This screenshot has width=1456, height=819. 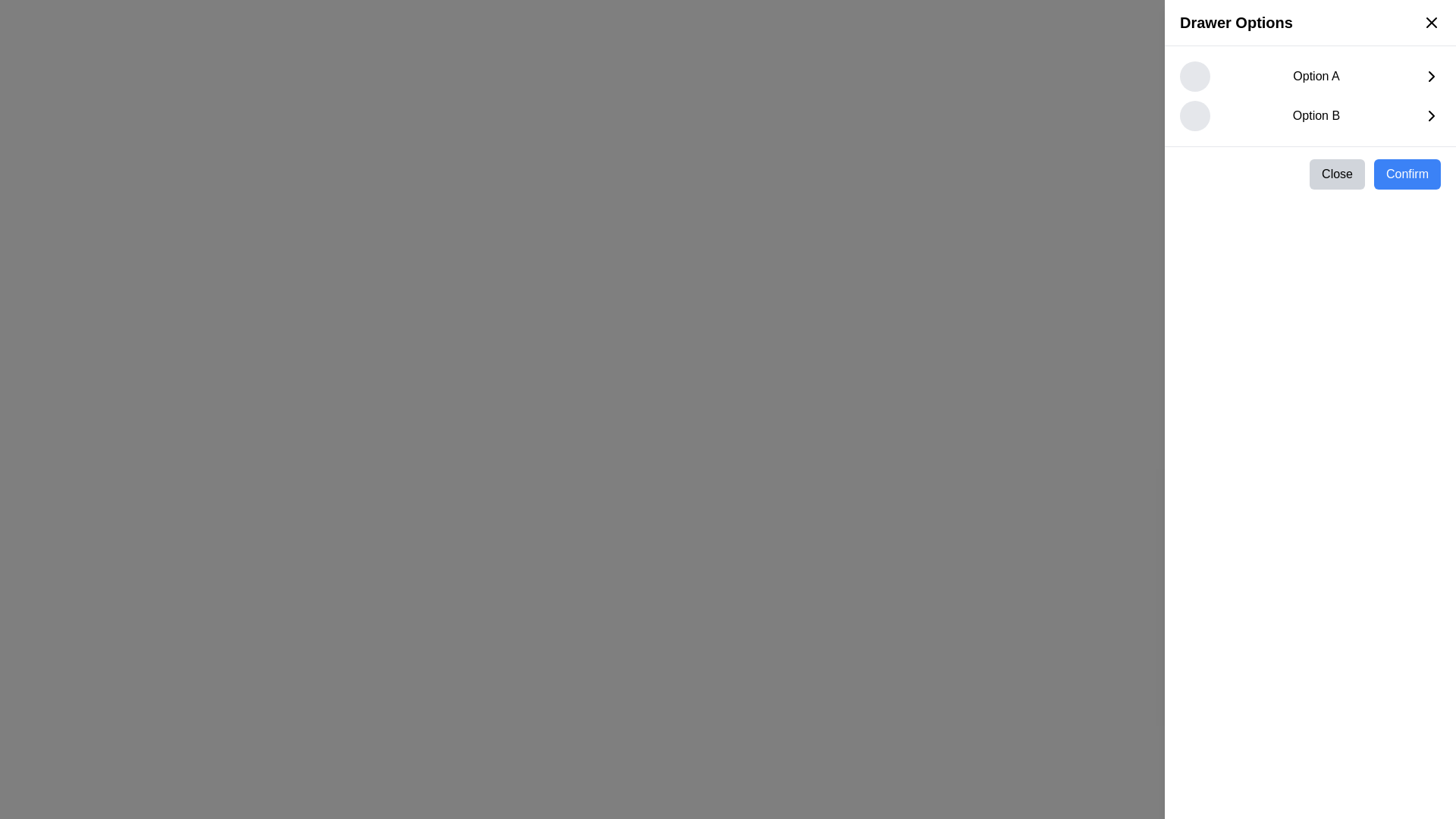 What do you see at coordinates (1430, 76) in the screenshot?
I see `the chevron icon that serves as an indicator for additional details related to 'Option A' in the right panel of the interface` at bounding box center [1430, 76].